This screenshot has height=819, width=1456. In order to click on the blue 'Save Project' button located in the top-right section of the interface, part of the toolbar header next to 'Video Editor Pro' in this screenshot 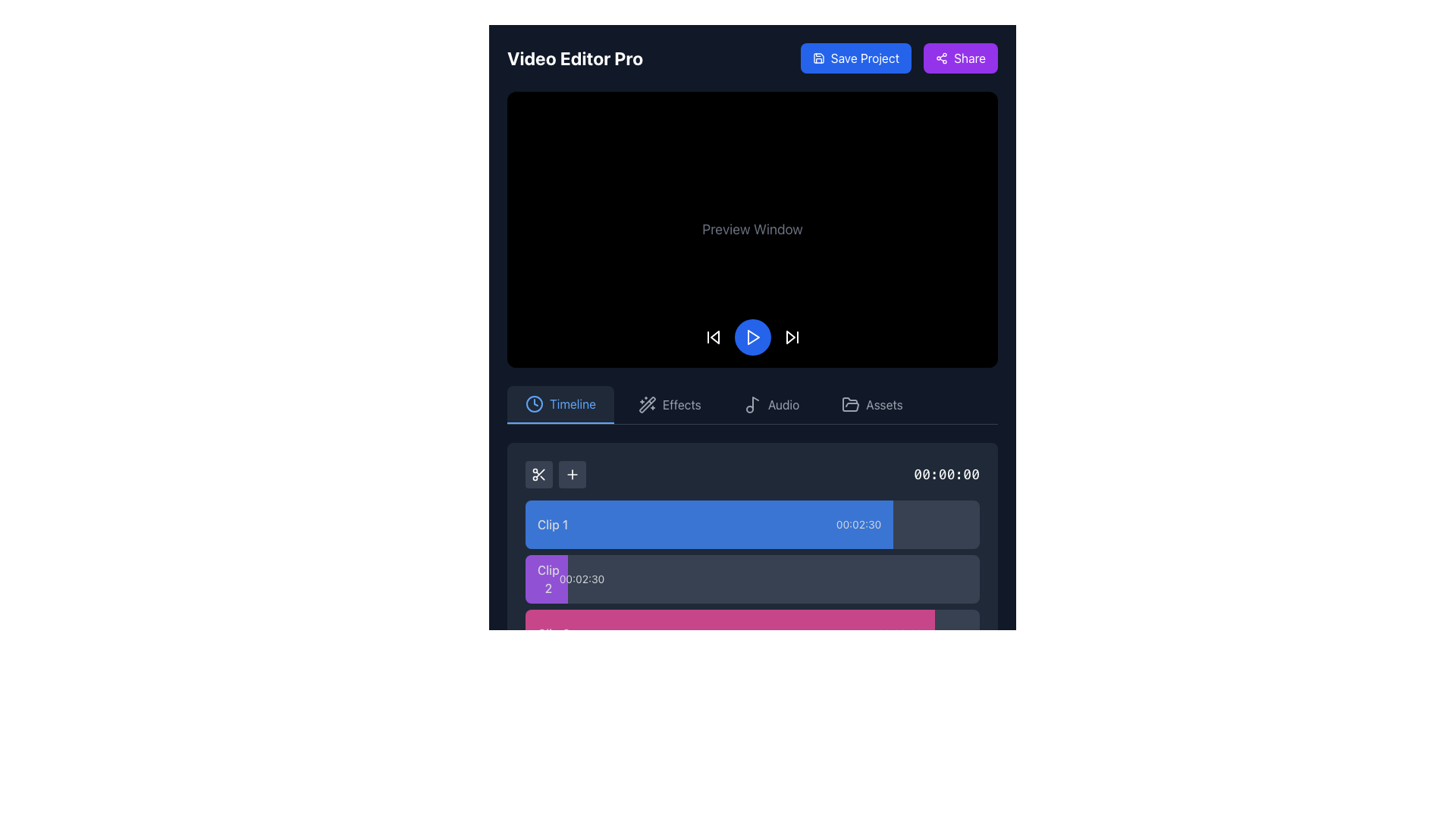, I will do `click(899, 58)`.